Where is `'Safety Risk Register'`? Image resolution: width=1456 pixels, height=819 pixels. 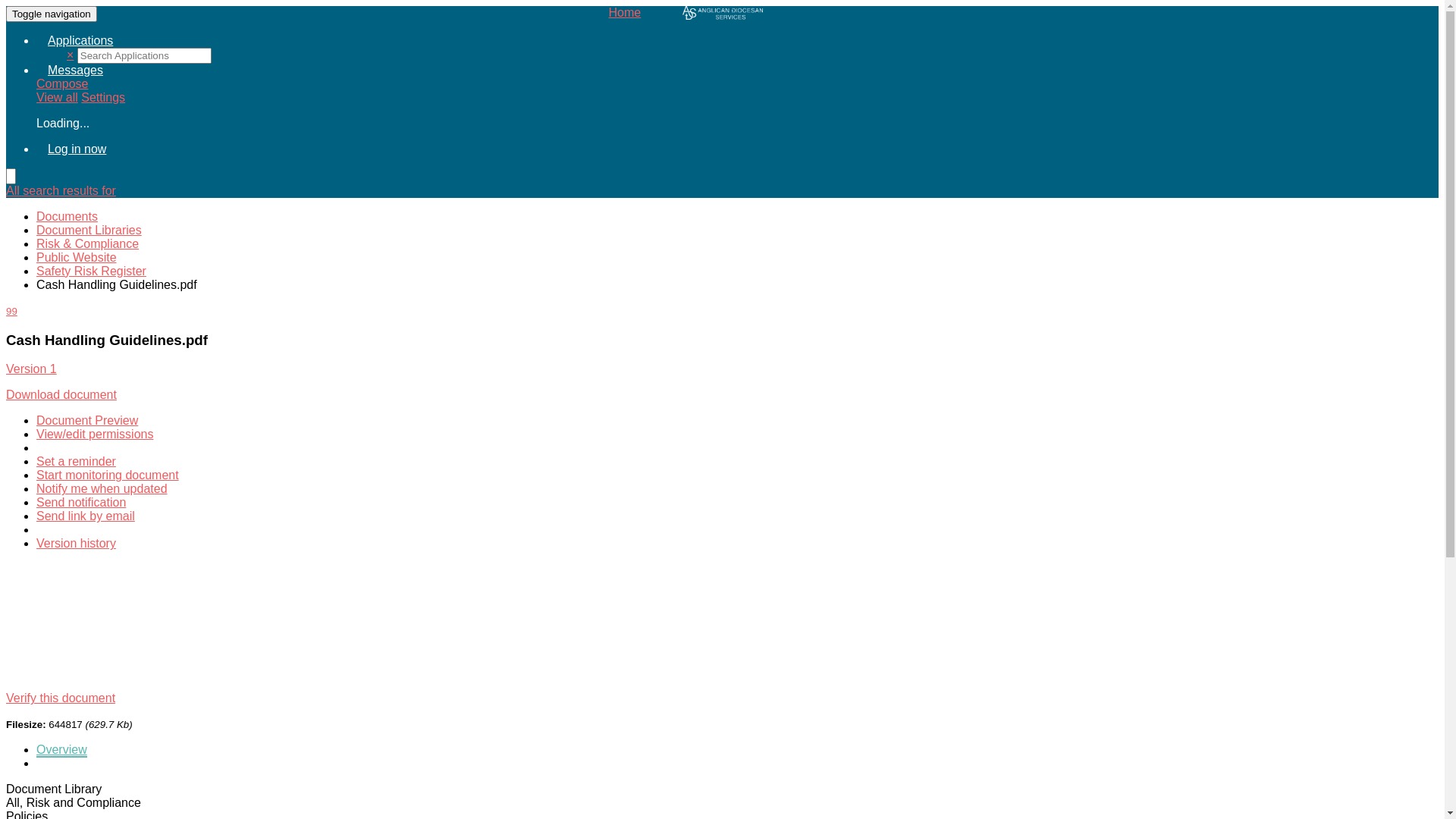 'Safety Risk Register' is located at coordinates (90, 270).